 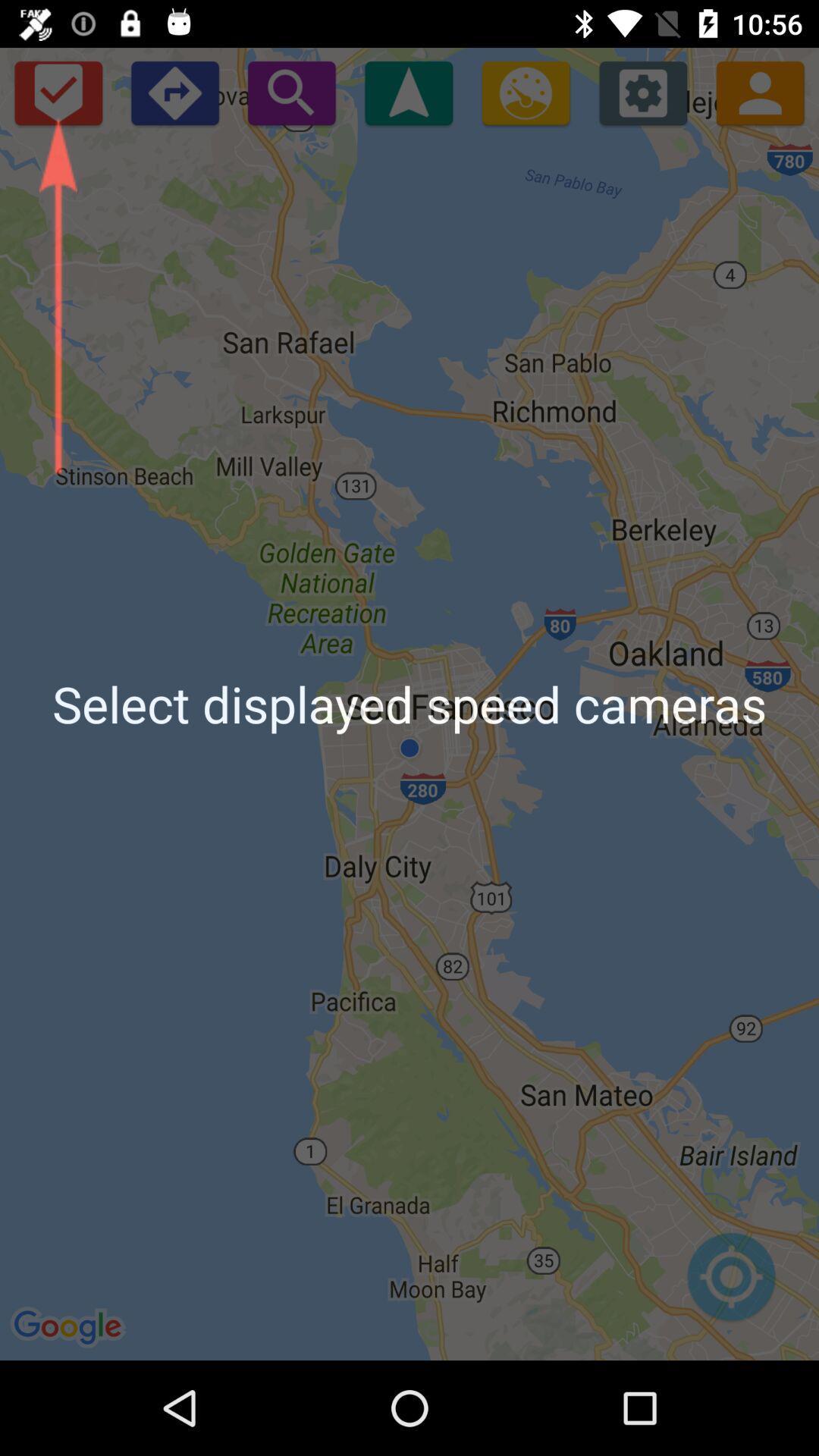 I want to click on link for directions, so click(x=174, y=92).